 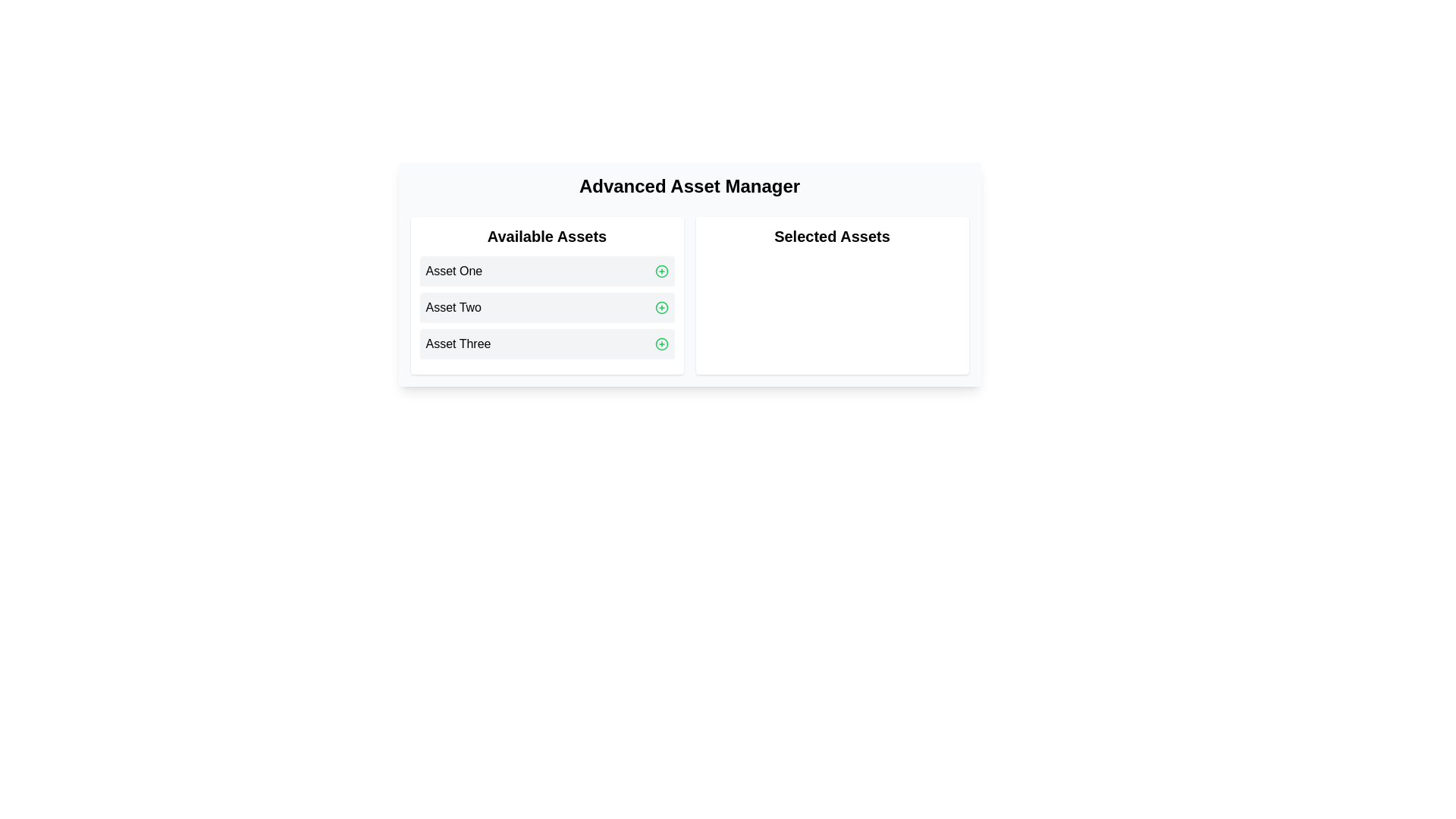 I want to click on the circular green outlined '+' icon located to the far right of the row labeled 'Asset Three' in the 'Available Assets' section, so click(x=661, y=344).